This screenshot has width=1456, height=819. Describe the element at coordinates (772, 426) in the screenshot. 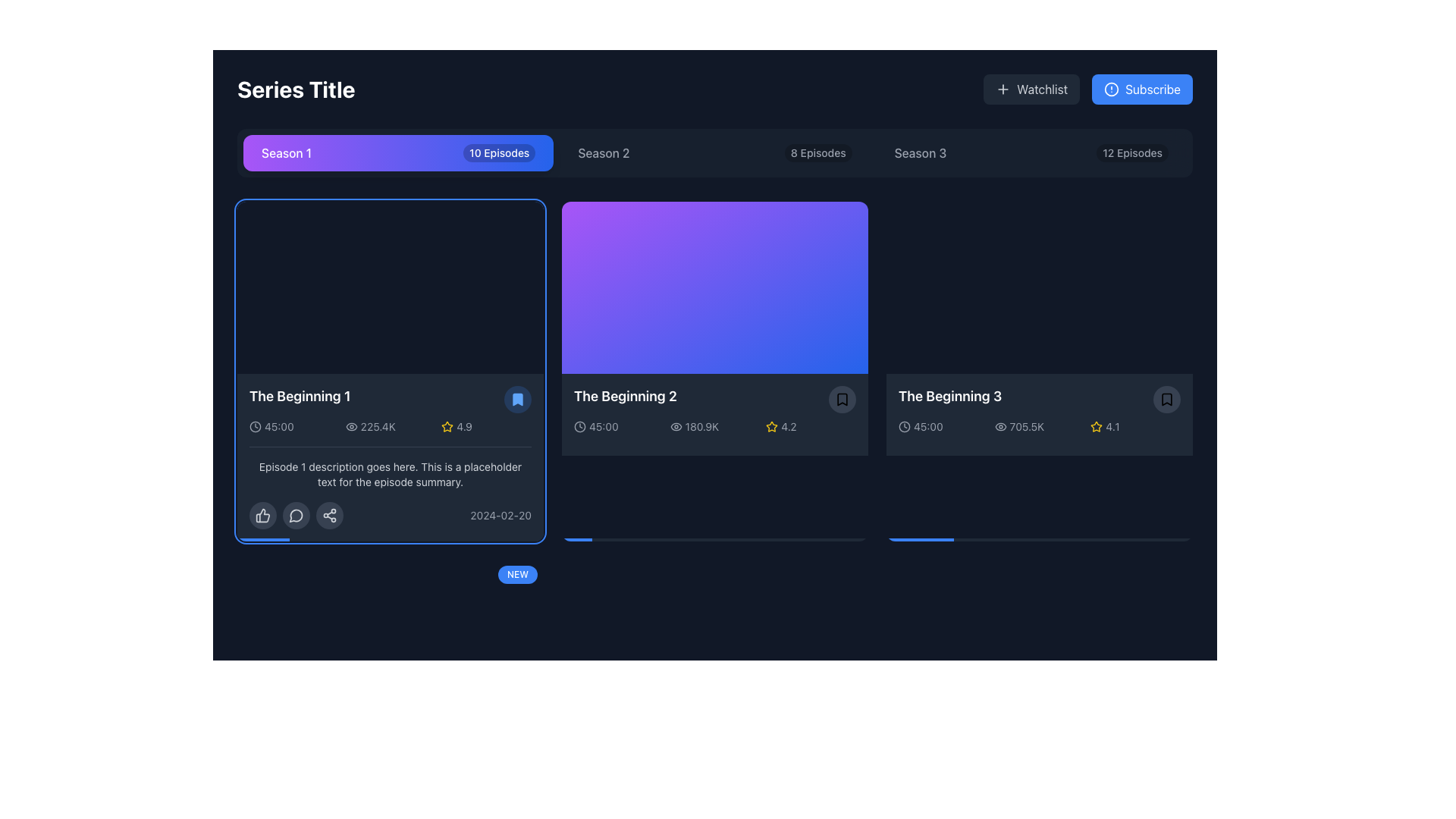

I see `the static star-shaped rating icon located in the second card titled 'The Beginning 2', positioned in the rating section to the right of the view count` at that location.